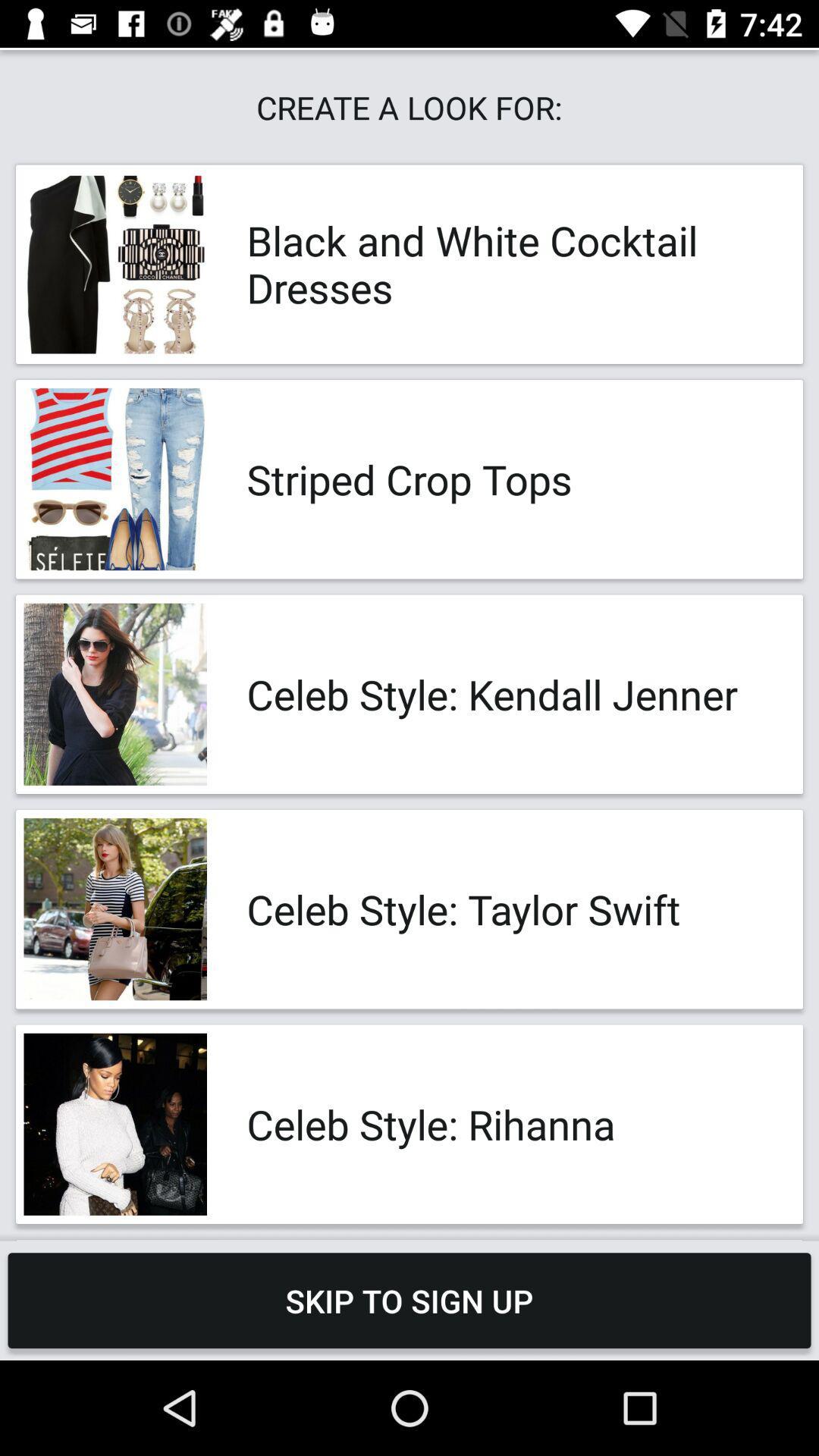 The height and width of the screenshot is (1456, 819). Describe the element at coordinates (409, 106) in the screenshot. I see `create a look app` at that location.